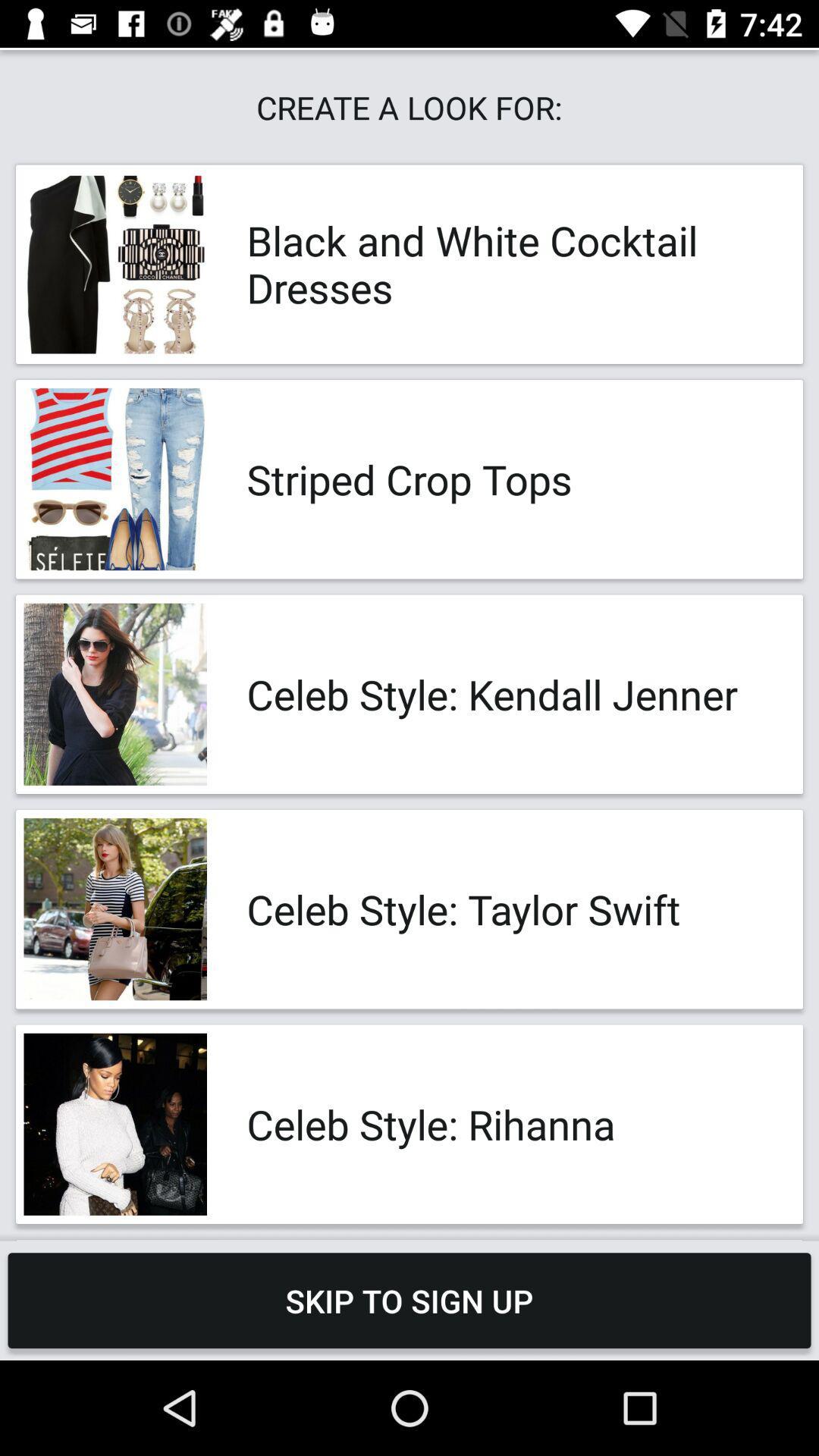 The height and width of the screenshot is (1456, 819). Describe the element at coordinates (409, 106) in the screenshot. I see `create a look app` at that location.